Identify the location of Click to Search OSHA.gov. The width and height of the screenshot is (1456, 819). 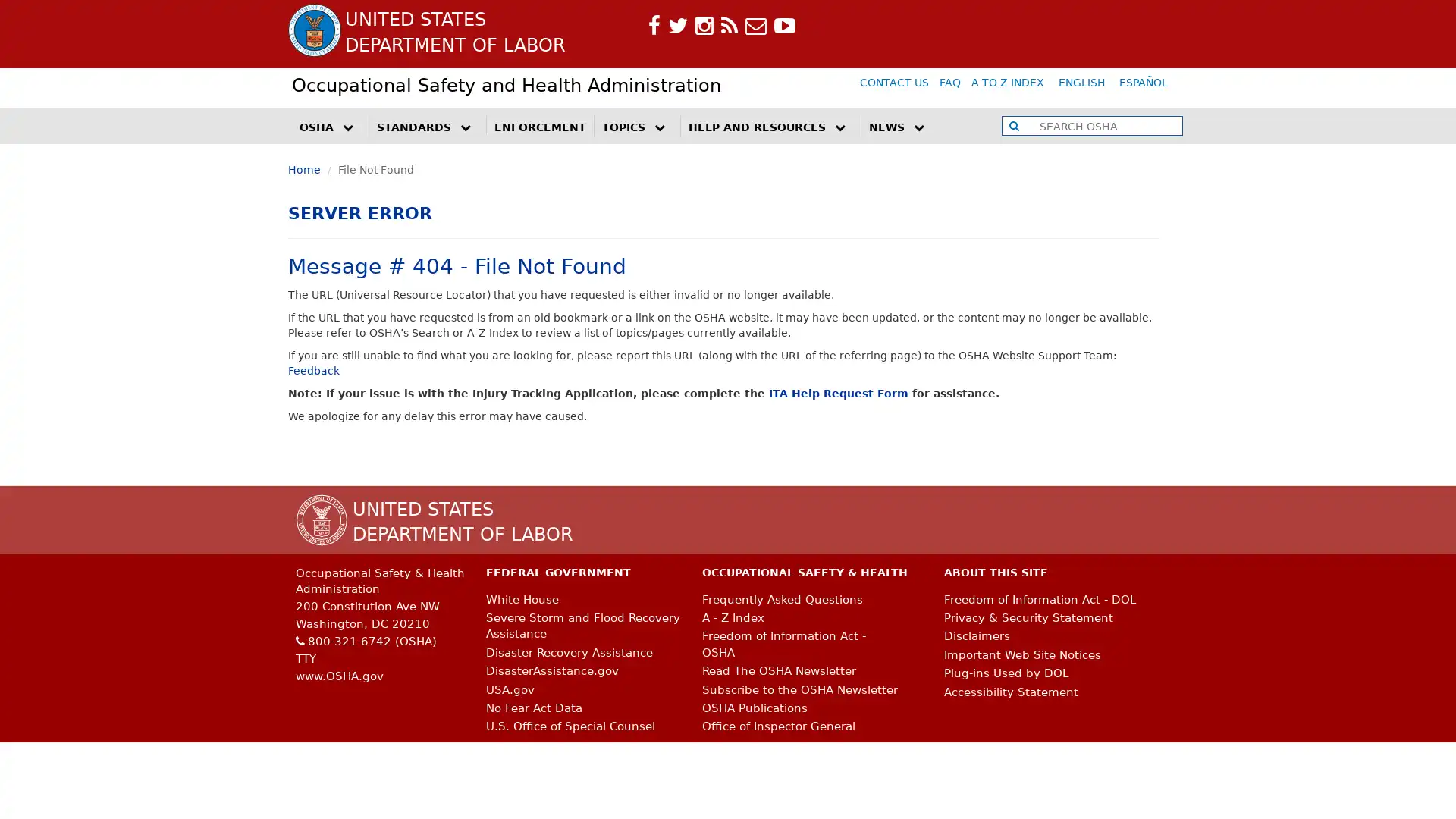
(1014, 124).